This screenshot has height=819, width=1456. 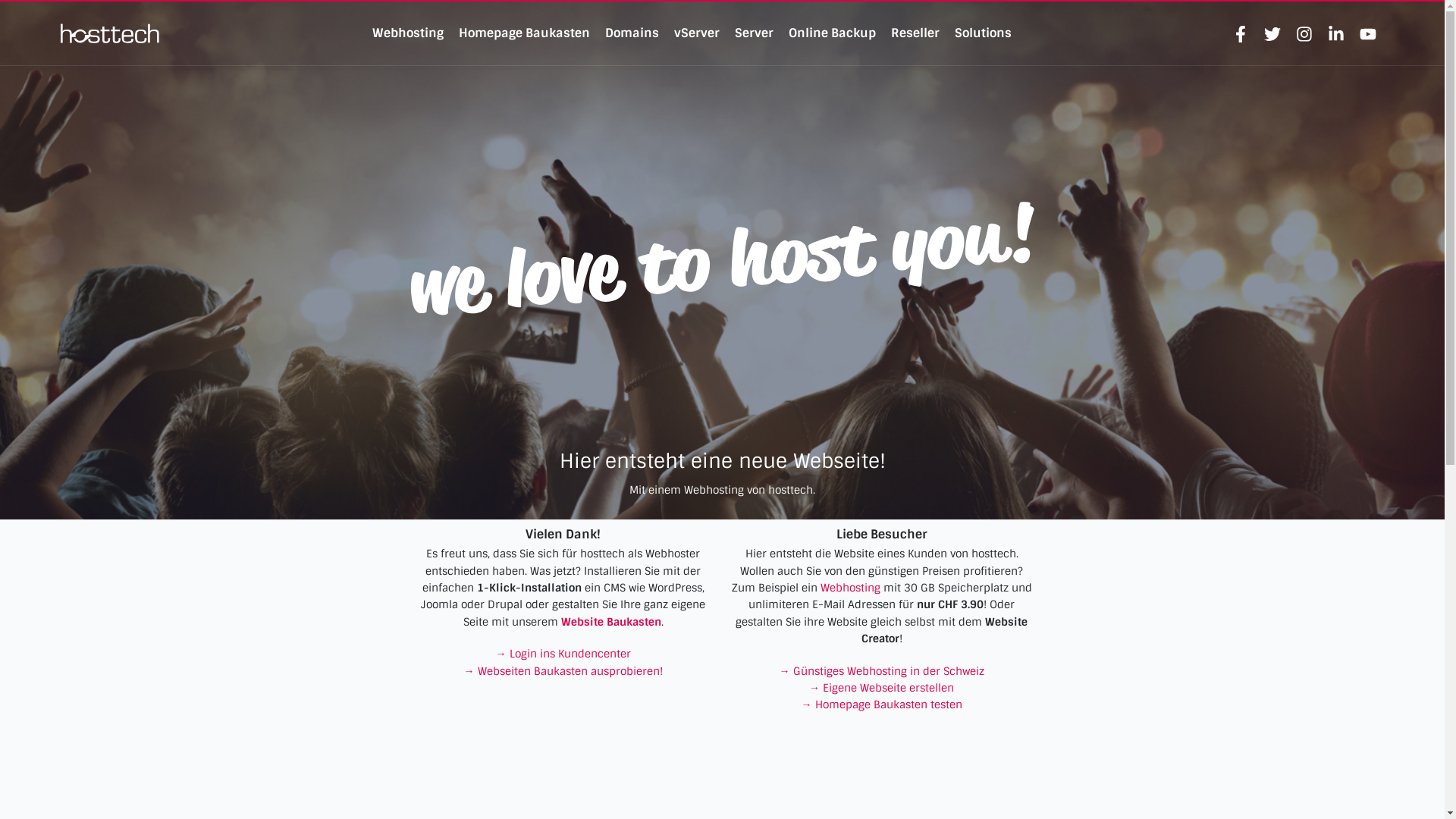 I want to click on 'Online Backup', so click(x=831, y=33).